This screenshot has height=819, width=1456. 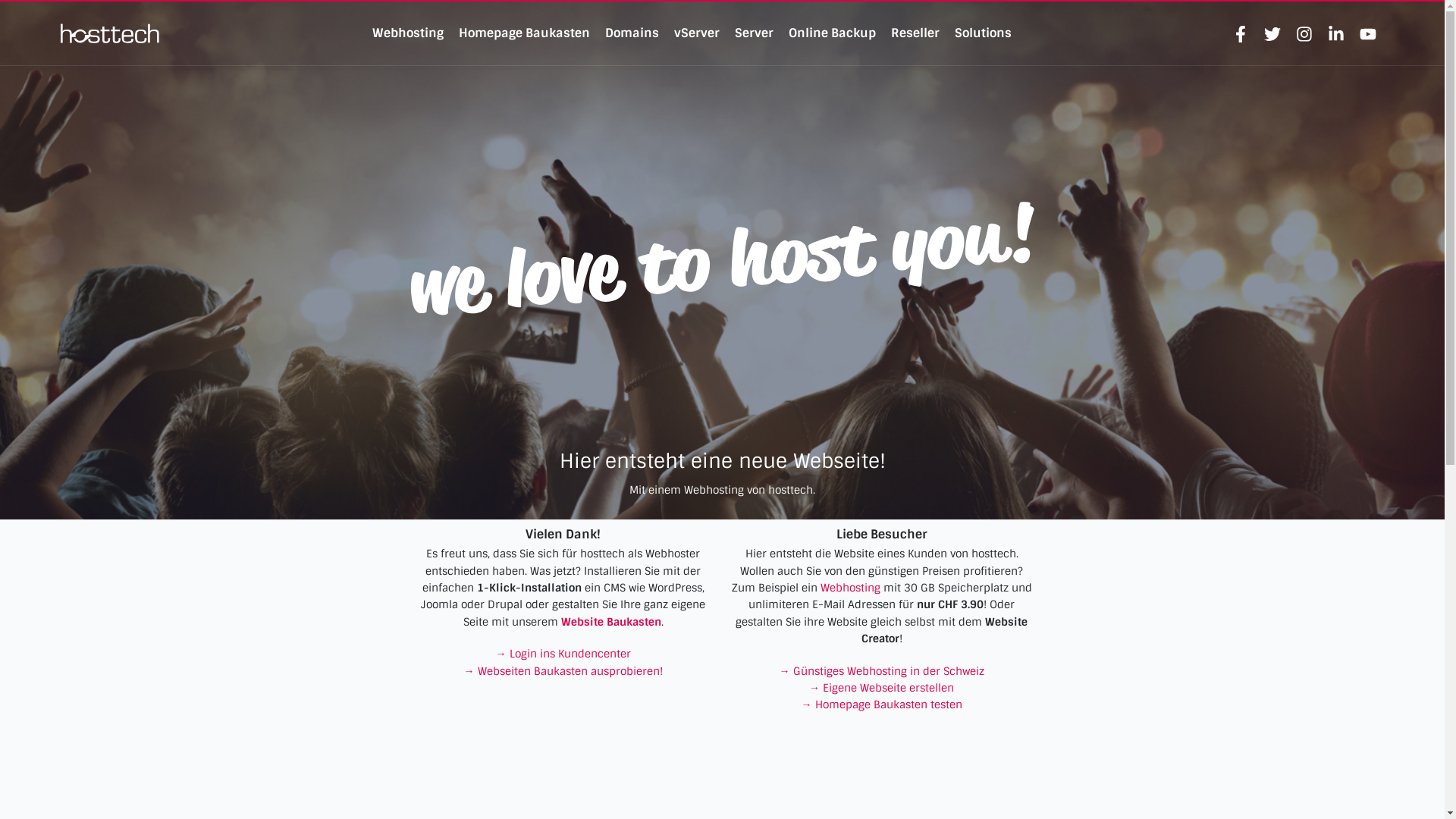 I want to click on 'Online Backup', so click(x=831, y=33).